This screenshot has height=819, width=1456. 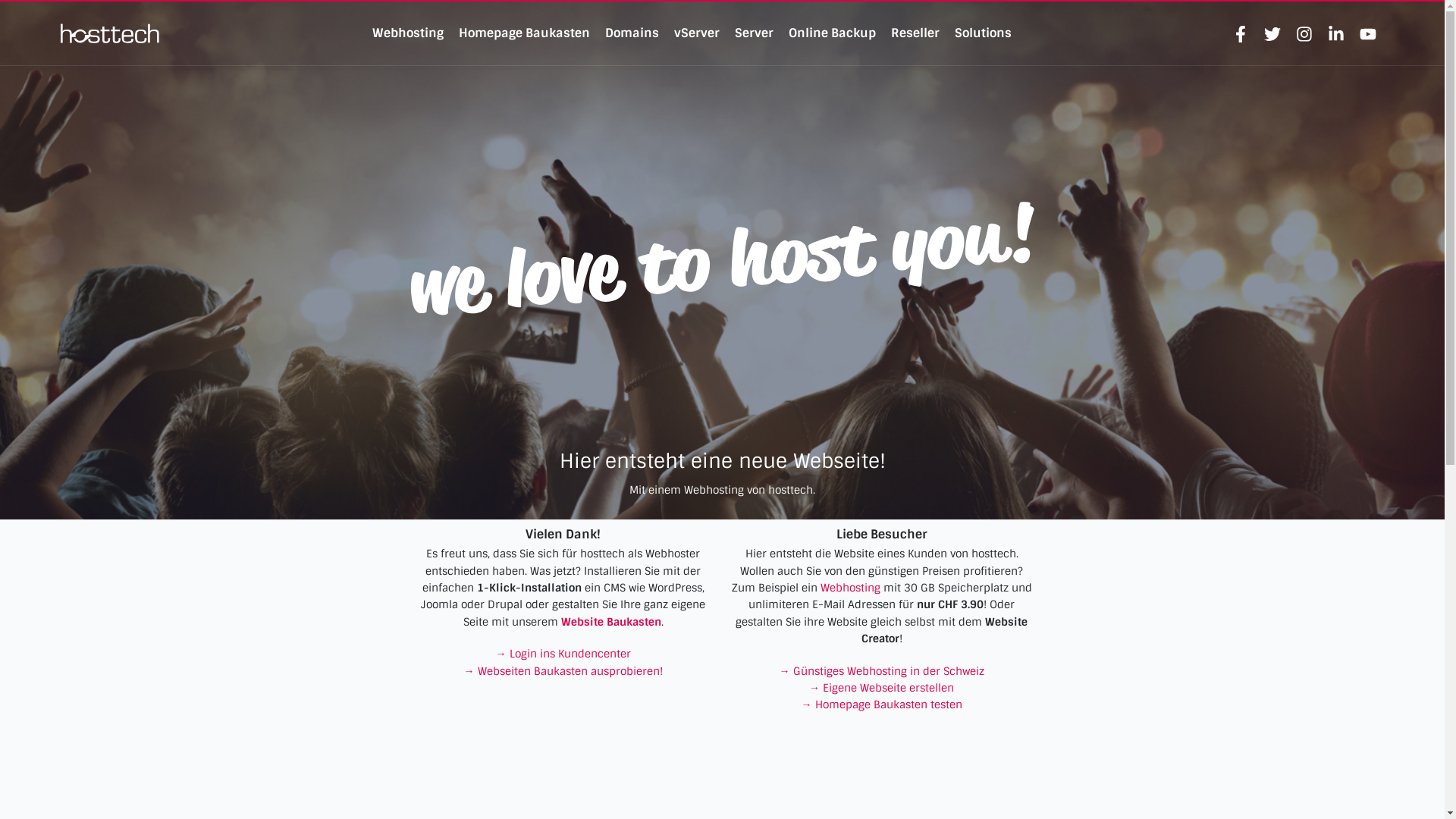 I want to click on 'Online Backup', so click(x=831, y=33).